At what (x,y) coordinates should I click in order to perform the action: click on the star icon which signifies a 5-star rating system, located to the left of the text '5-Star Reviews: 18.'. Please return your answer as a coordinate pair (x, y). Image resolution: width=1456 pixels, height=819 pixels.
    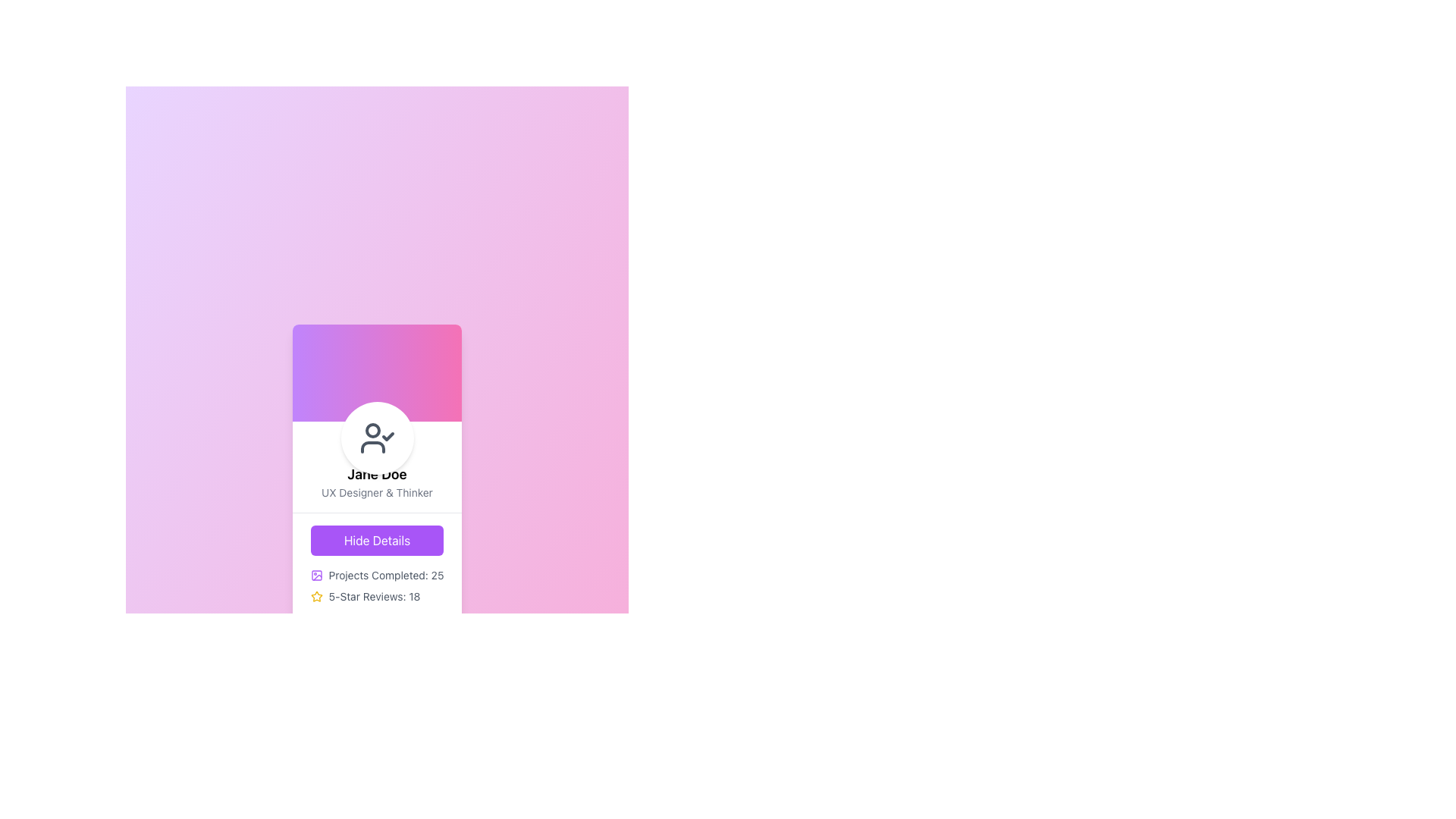
    Looking at the image, I should click on (315, 595).